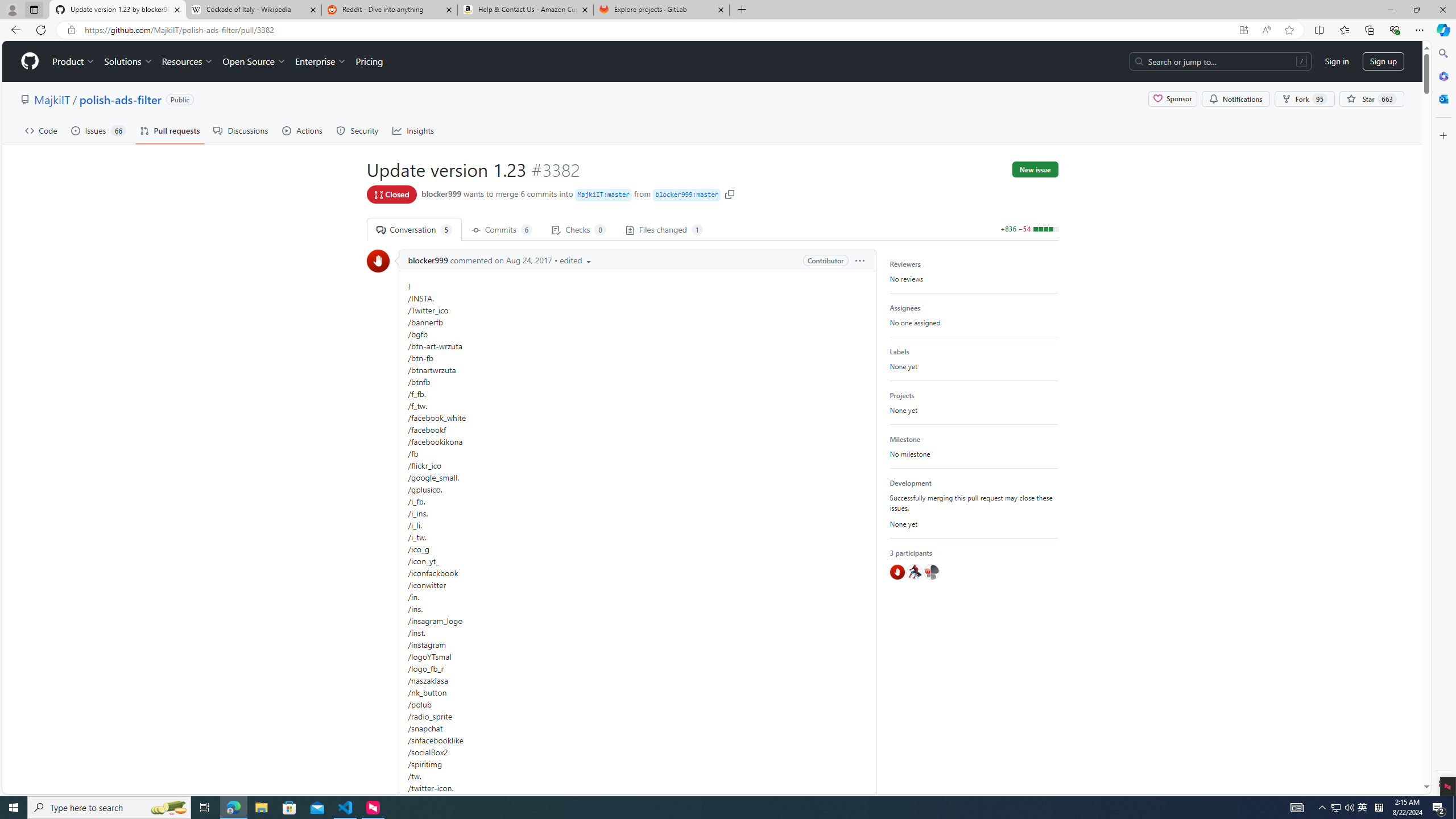  Describe the element at coordinates (522, 259) in the screenshot. I see `'on Aug 24, 2017'` at that location.